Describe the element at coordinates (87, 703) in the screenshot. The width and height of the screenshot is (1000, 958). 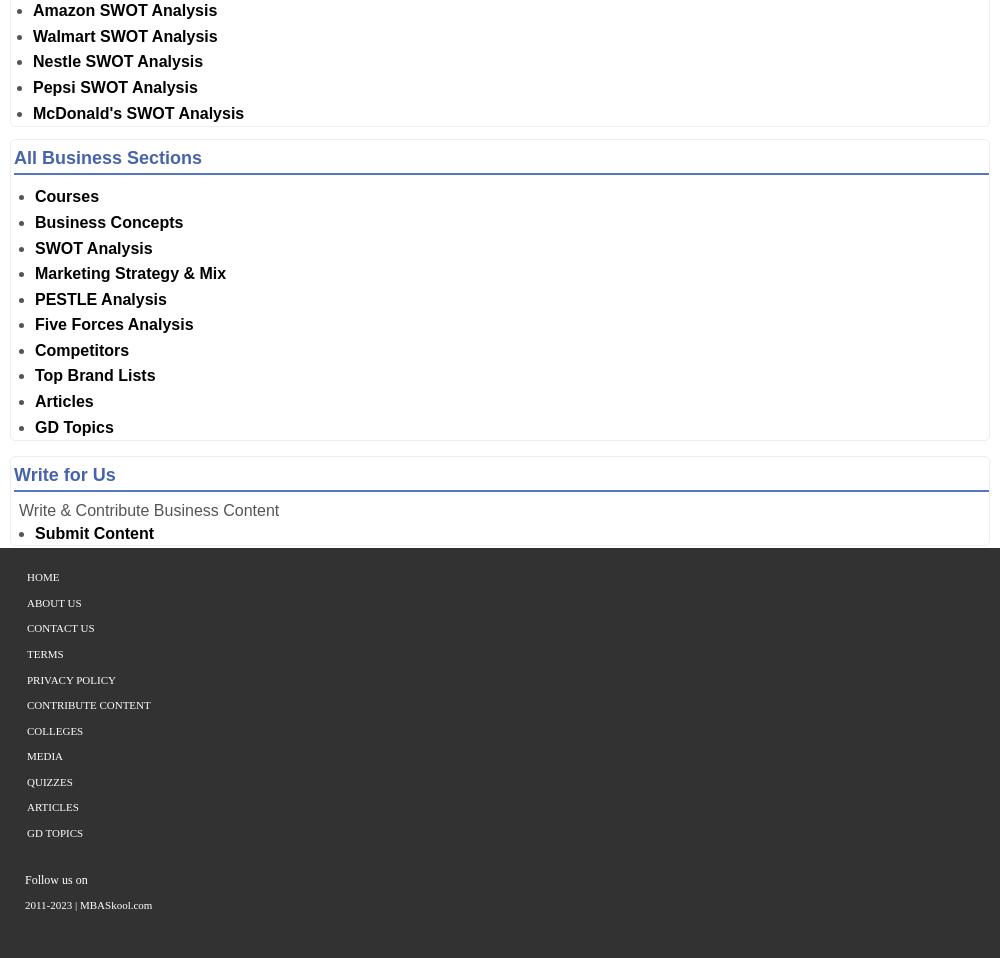
I see `'Contribute Content'` at that location.